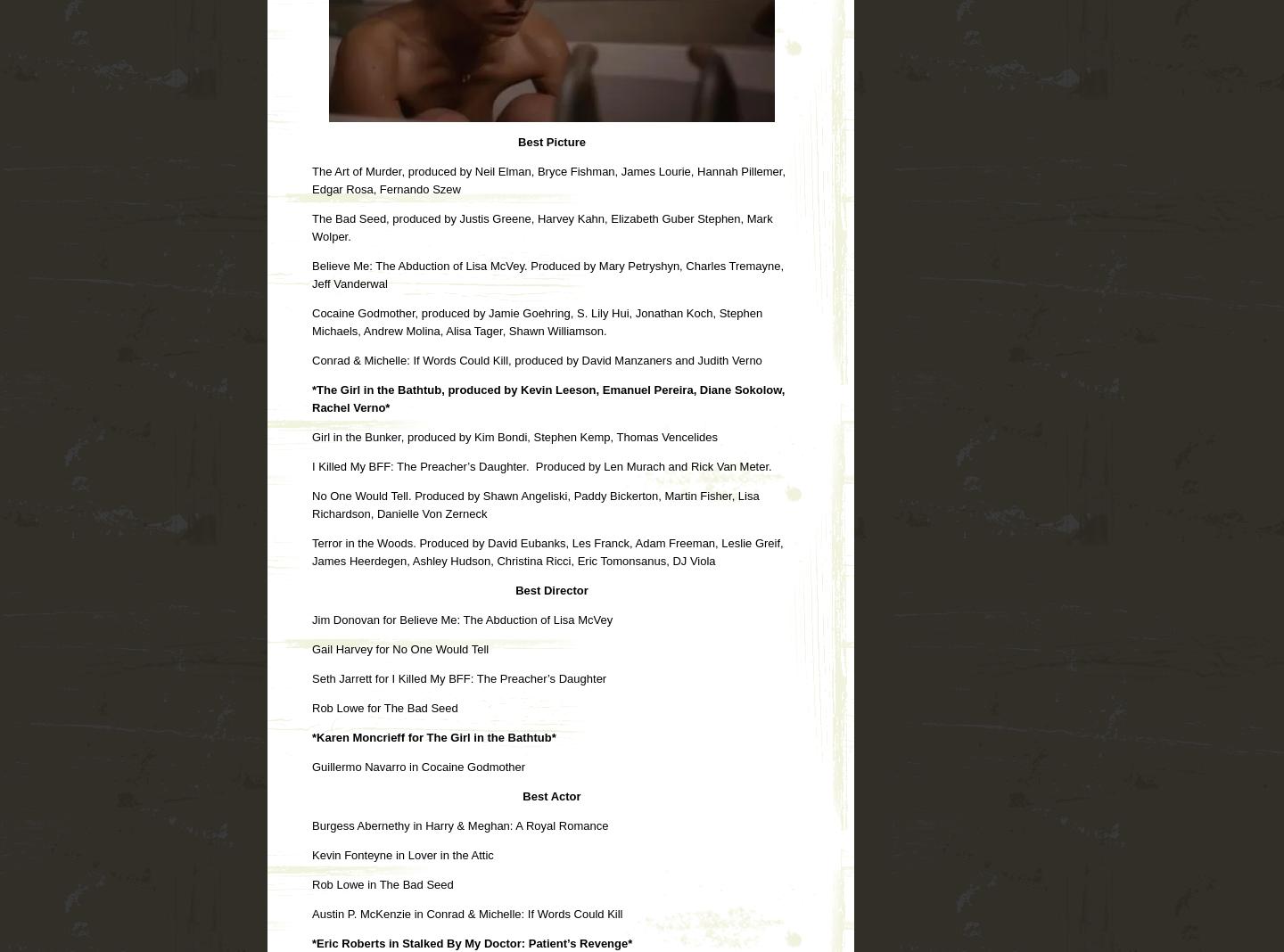 This screenshot has width=1284, height=952. I want to click on 'Best Picture', so click(550, 141).